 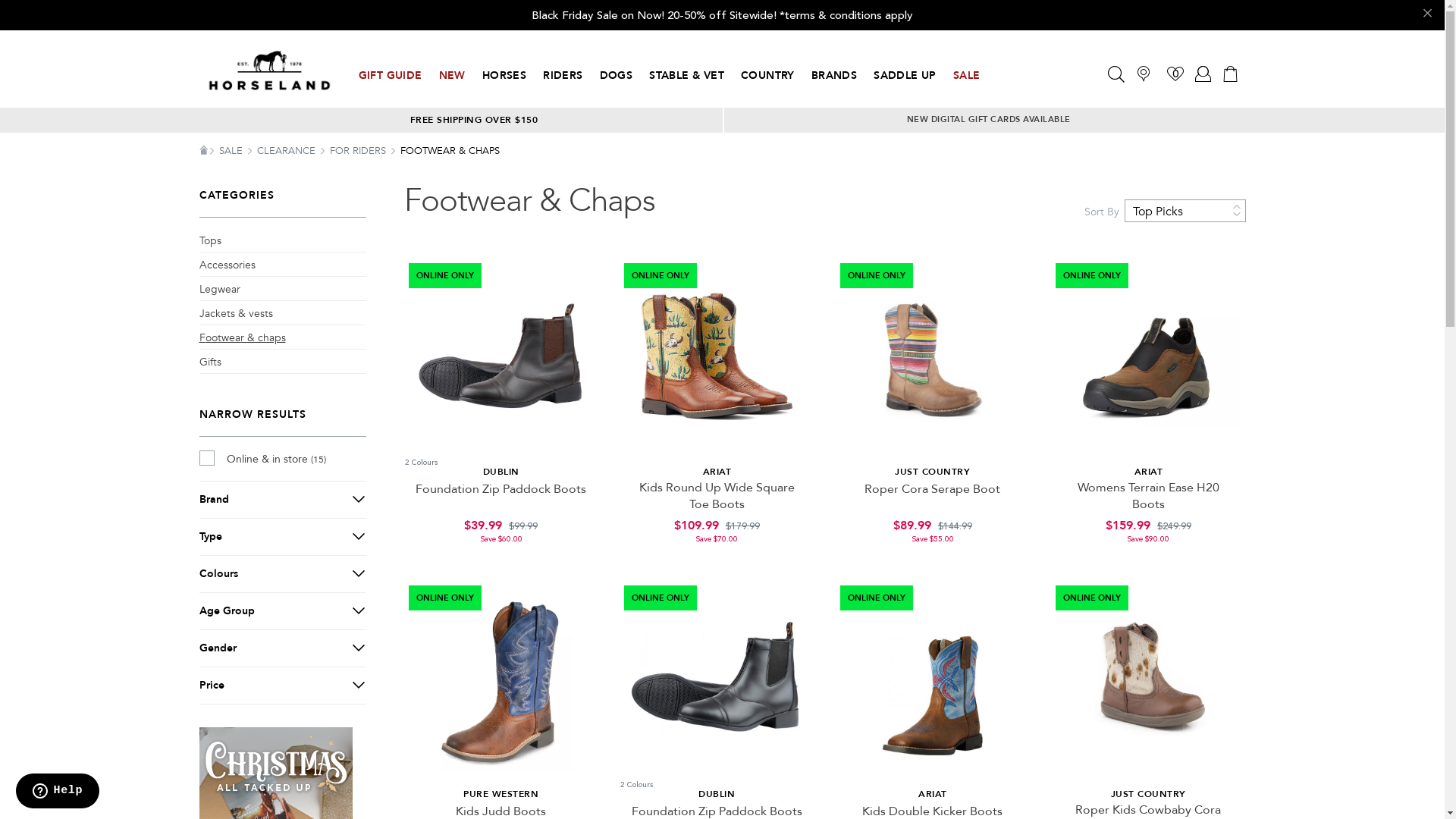 I want to click on '$109.99 $179.99, so click(x=716, y=529).